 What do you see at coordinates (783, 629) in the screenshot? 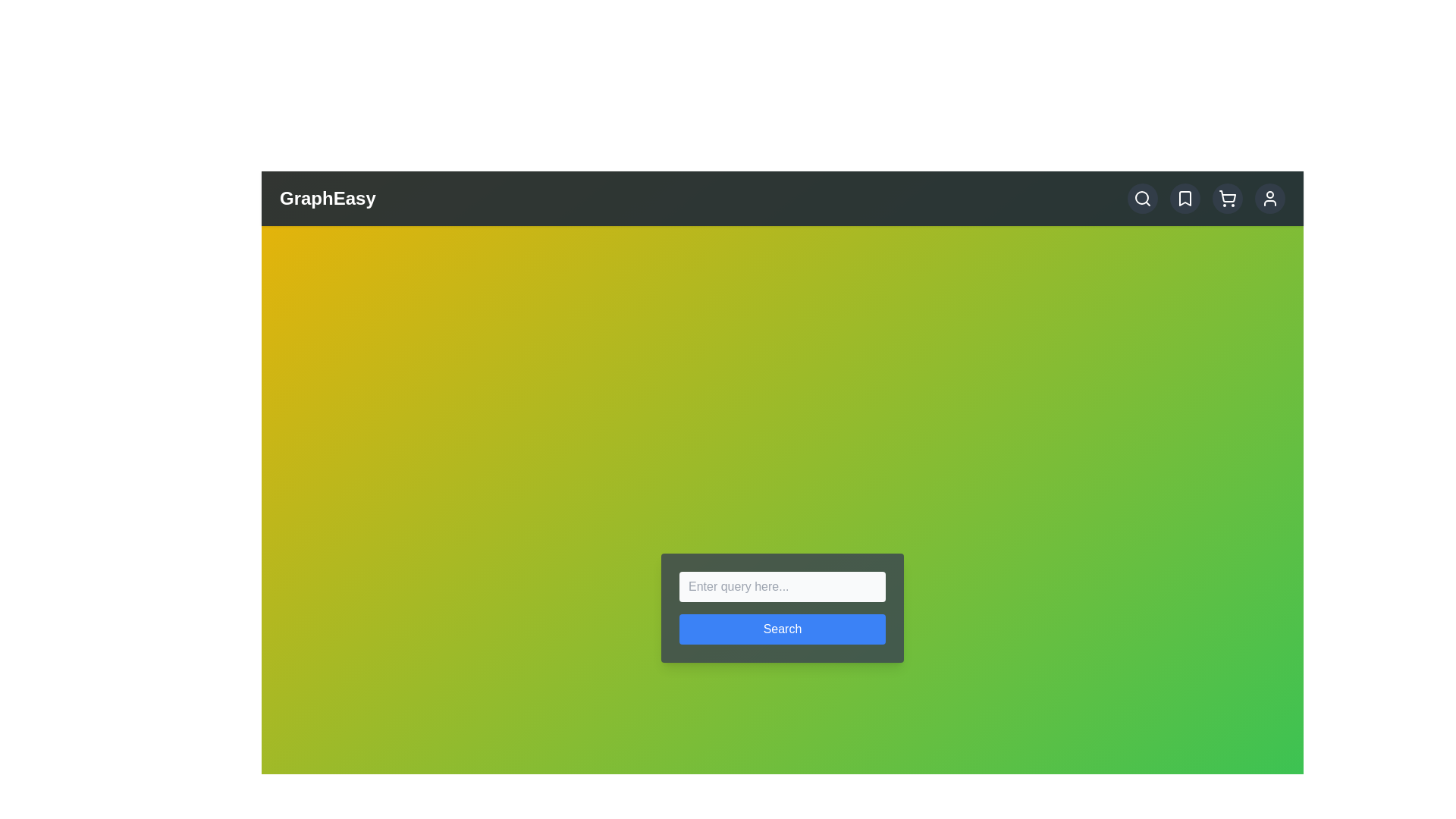
I see `the search button to initiate the search action` at bounding box center [783, 629].